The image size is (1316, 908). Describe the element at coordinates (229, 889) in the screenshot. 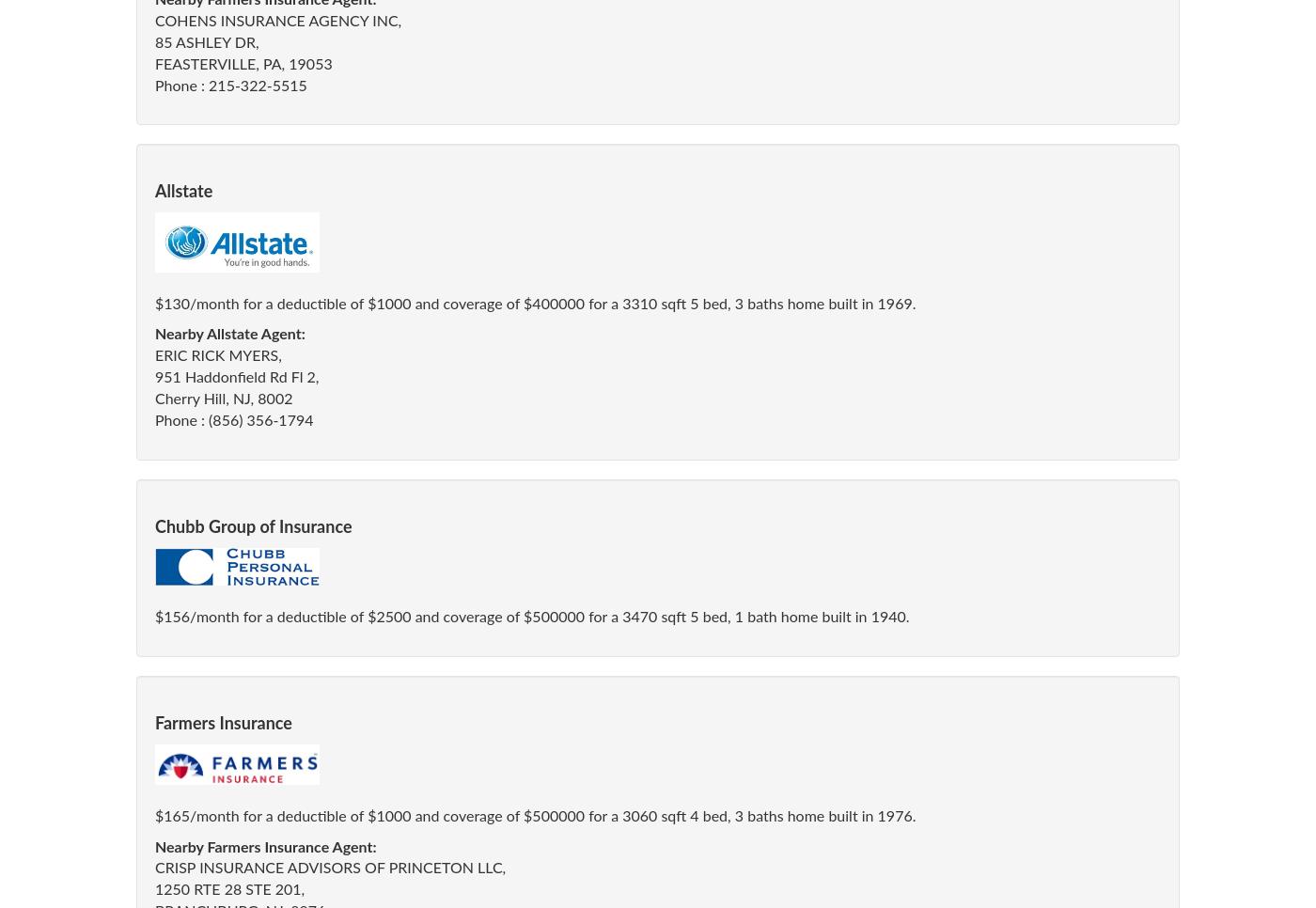

I see `'1250 RTE 28 STE 201,'` at that location.